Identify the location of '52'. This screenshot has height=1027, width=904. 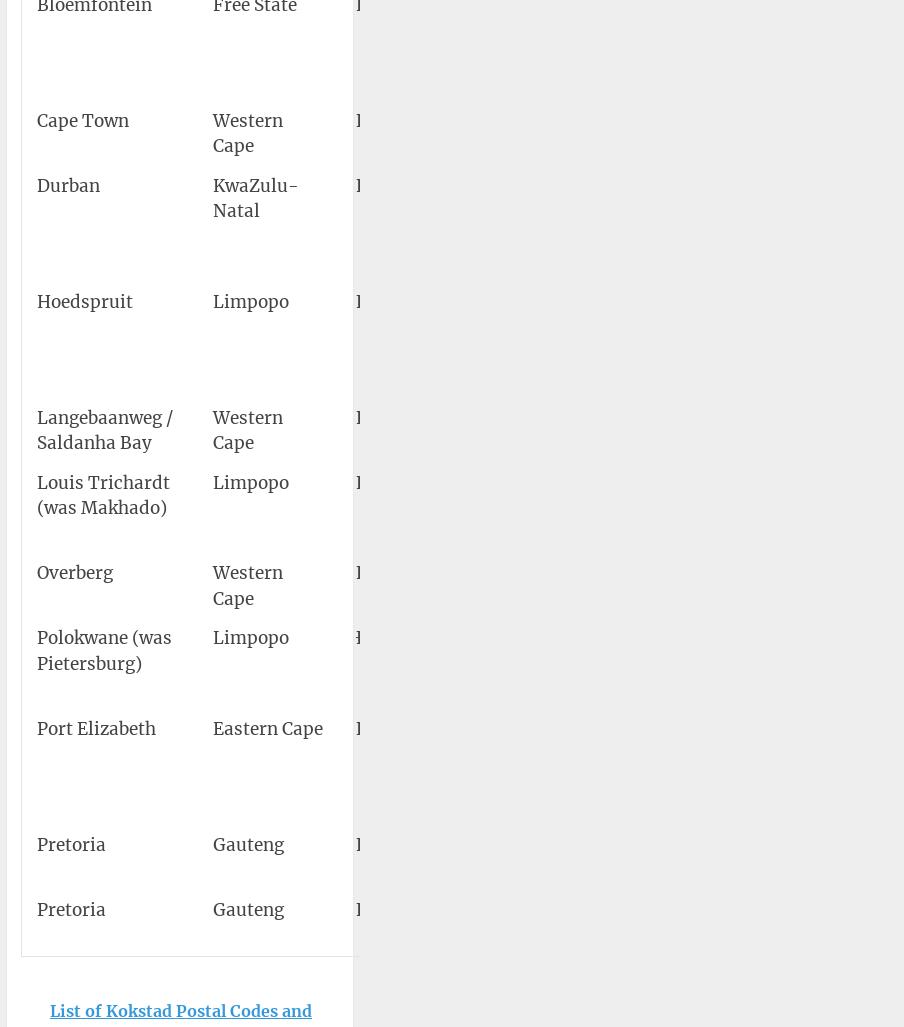
(848, 572).